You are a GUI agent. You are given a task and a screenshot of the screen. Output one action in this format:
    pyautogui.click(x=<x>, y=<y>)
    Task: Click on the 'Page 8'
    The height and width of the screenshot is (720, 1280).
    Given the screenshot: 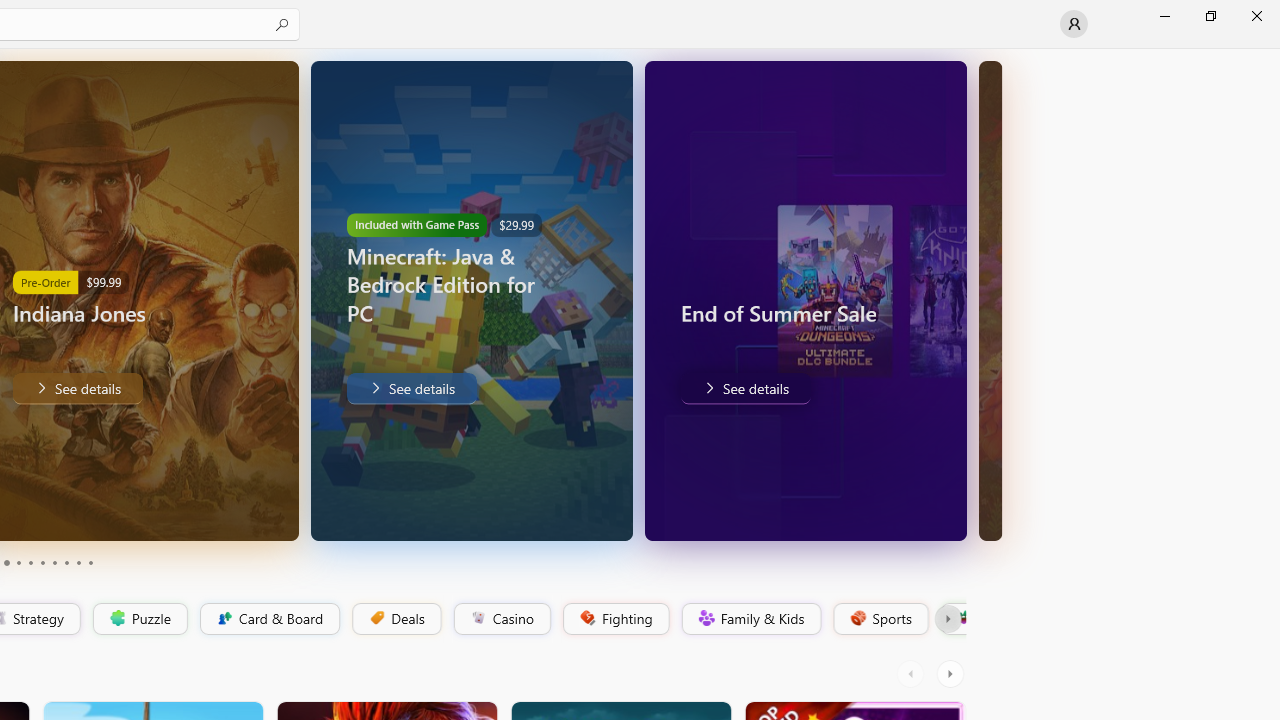 What is the action you would take?
    pyautogui.click(x=65, y=563)
    